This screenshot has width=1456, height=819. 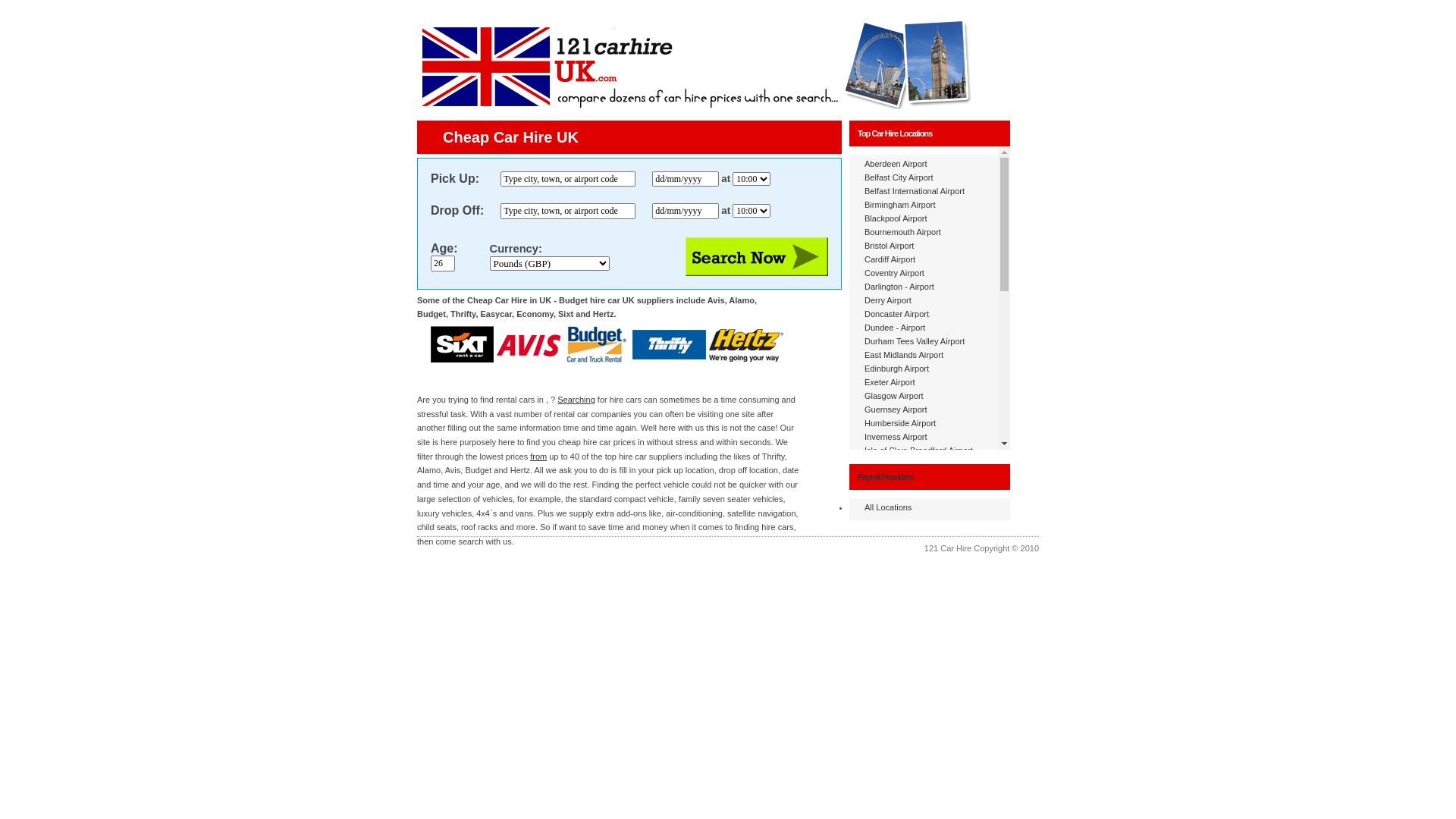 I want to click on 'London - Gatwick Airport', so click(x=910, y=532).